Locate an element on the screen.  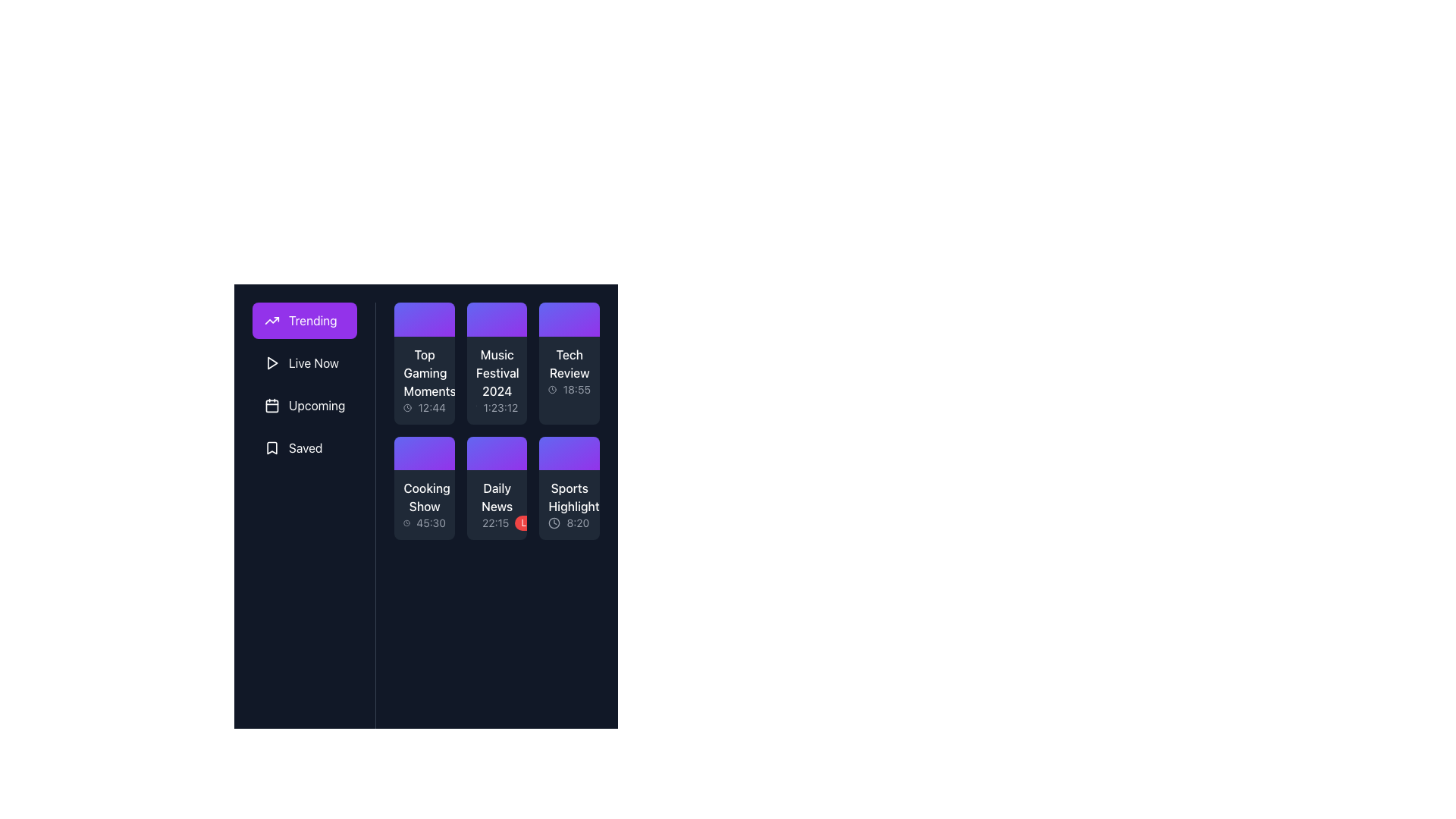
the Decorative background element within the 'Tech Review' card, which features a gradient from indigo to purple and is located in the third column of the top row in a grid layout is located at coordinates (569, 318).